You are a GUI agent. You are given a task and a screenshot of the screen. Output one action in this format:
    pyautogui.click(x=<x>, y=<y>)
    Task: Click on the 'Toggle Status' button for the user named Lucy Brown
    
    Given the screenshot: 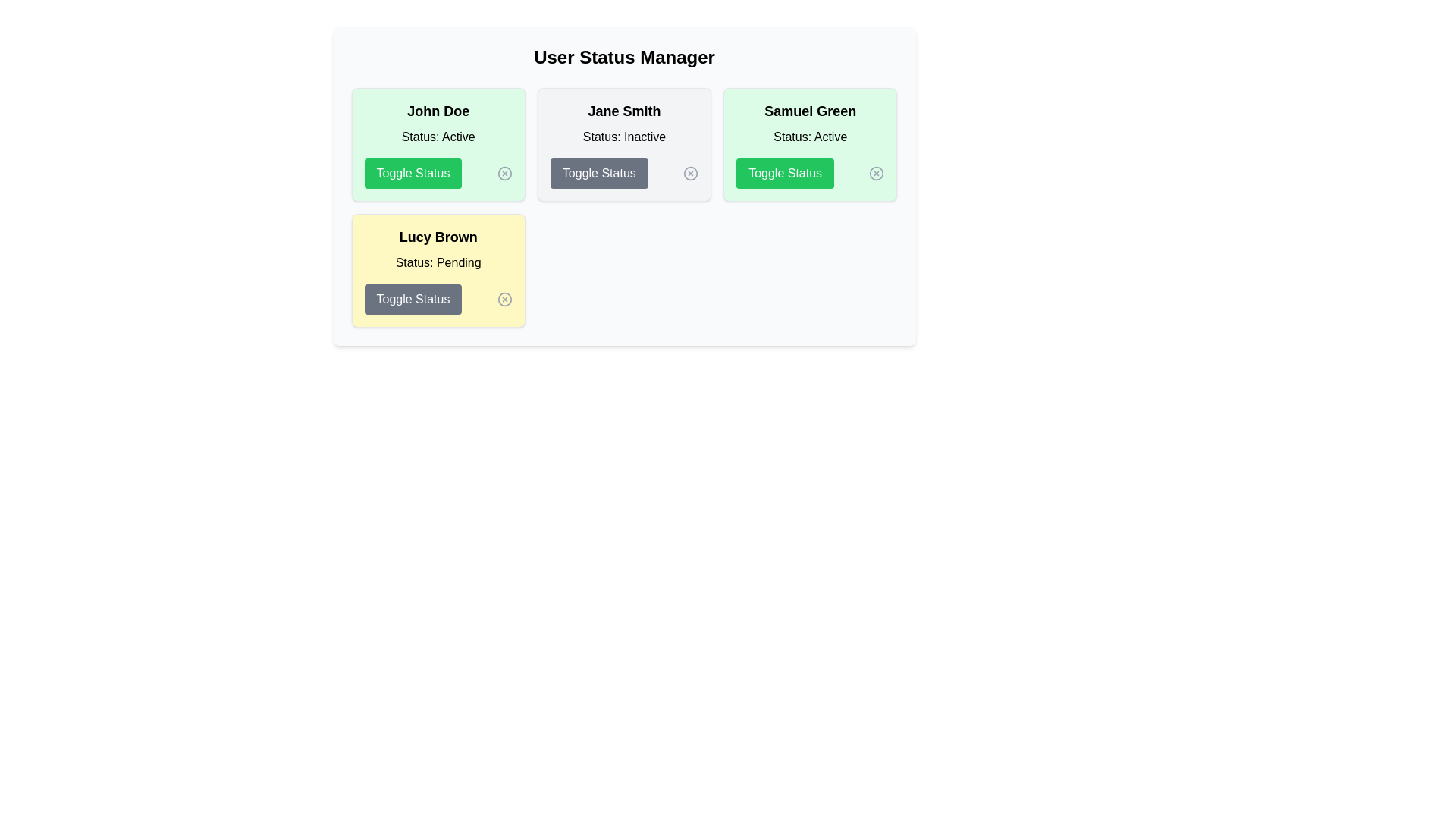 What is the action you would take?
    pyautogui.click(x=413, y=299)
    